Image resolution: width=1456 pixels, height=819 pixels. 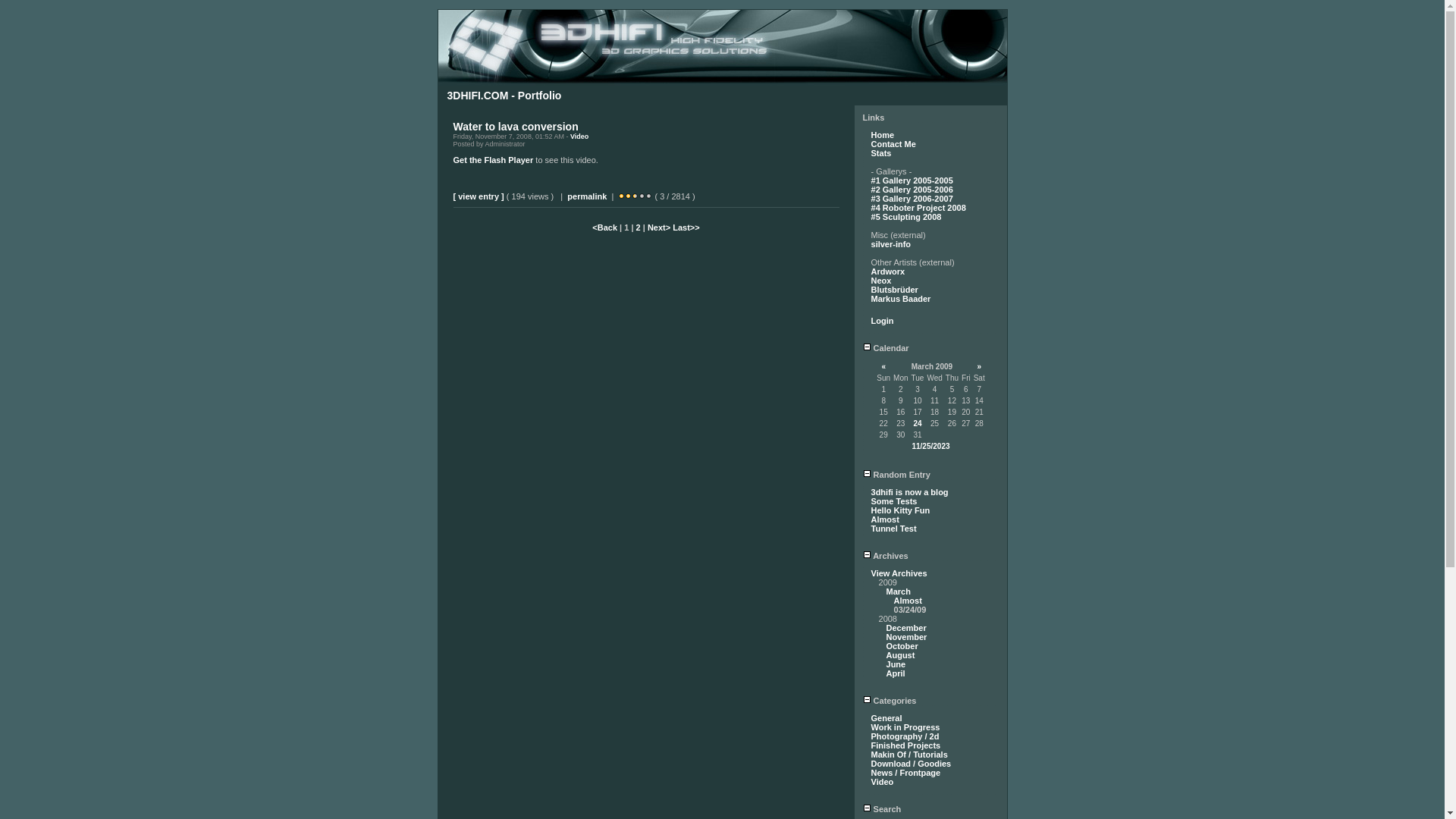 What do you see at coordinates (912, 423) in the screenshot?
I see `'24'` at bounding box center [912, 423].